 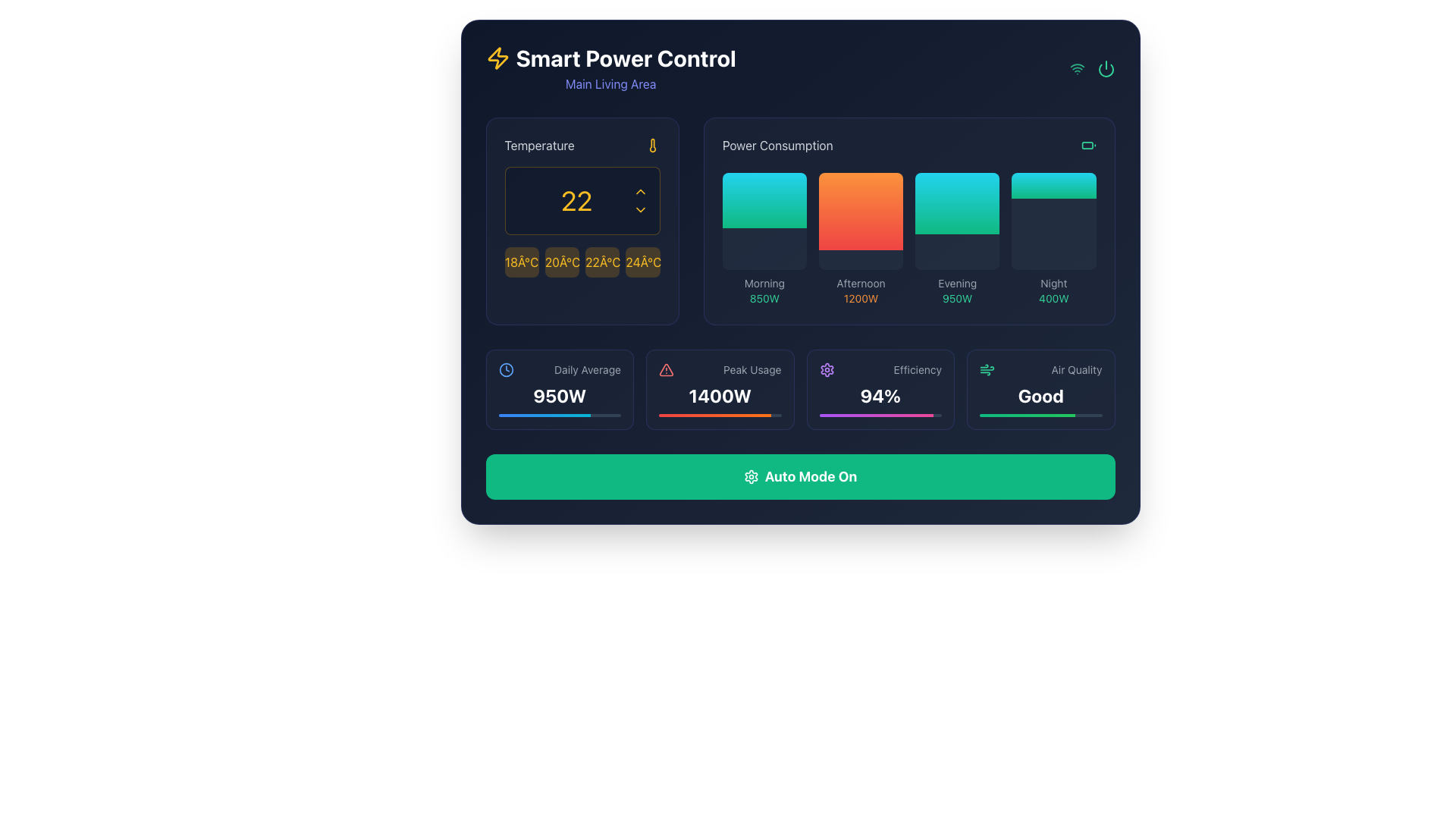 I want to click on the warning icon next to the text label indicating peak usage of power, which is displayed as '1400W', so click(x=719, y=370).